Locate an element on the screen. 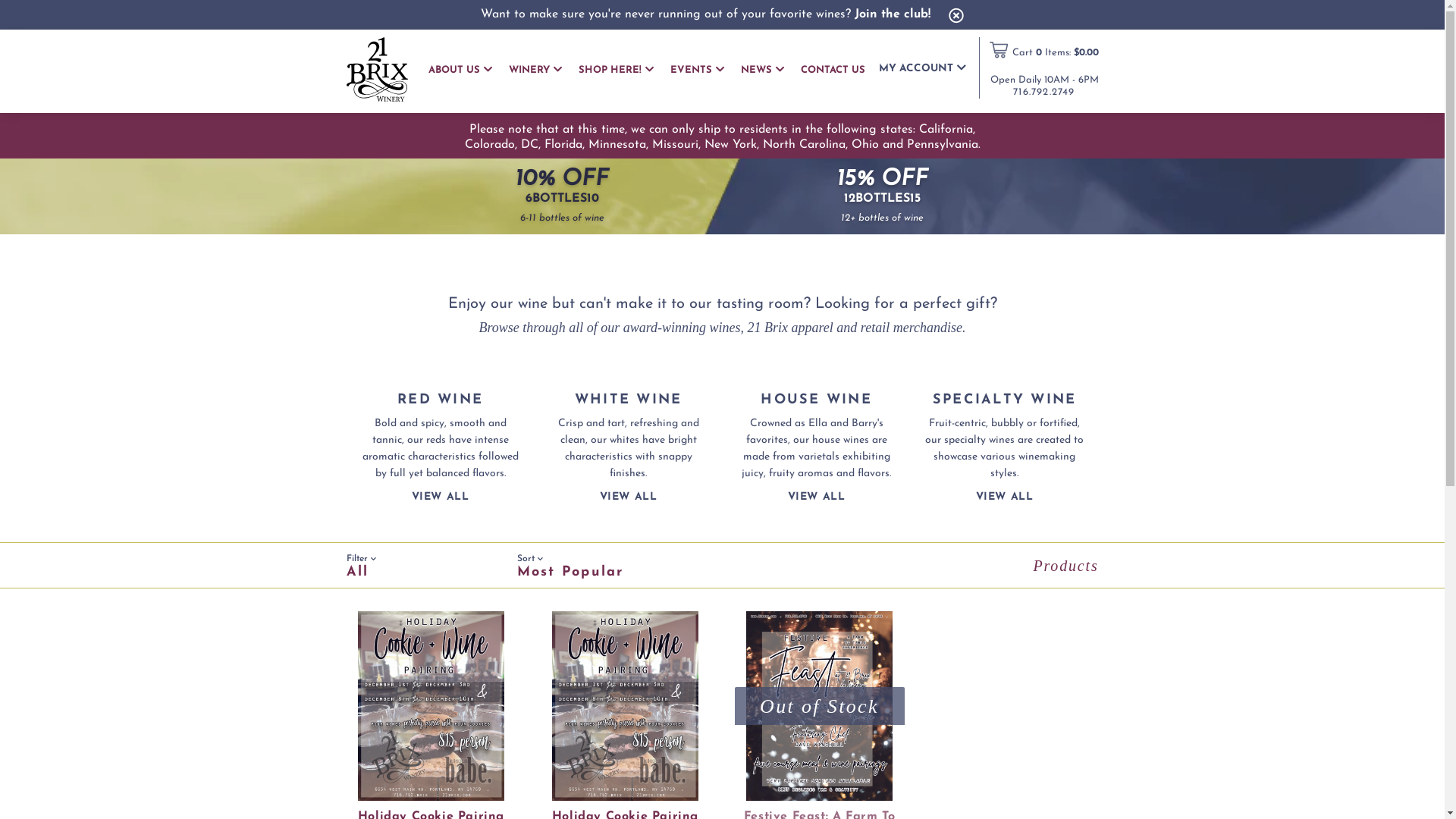 This screenshot has height=819, width=1456. 'SHOP HERE!' is located at coordinates (615, 70).